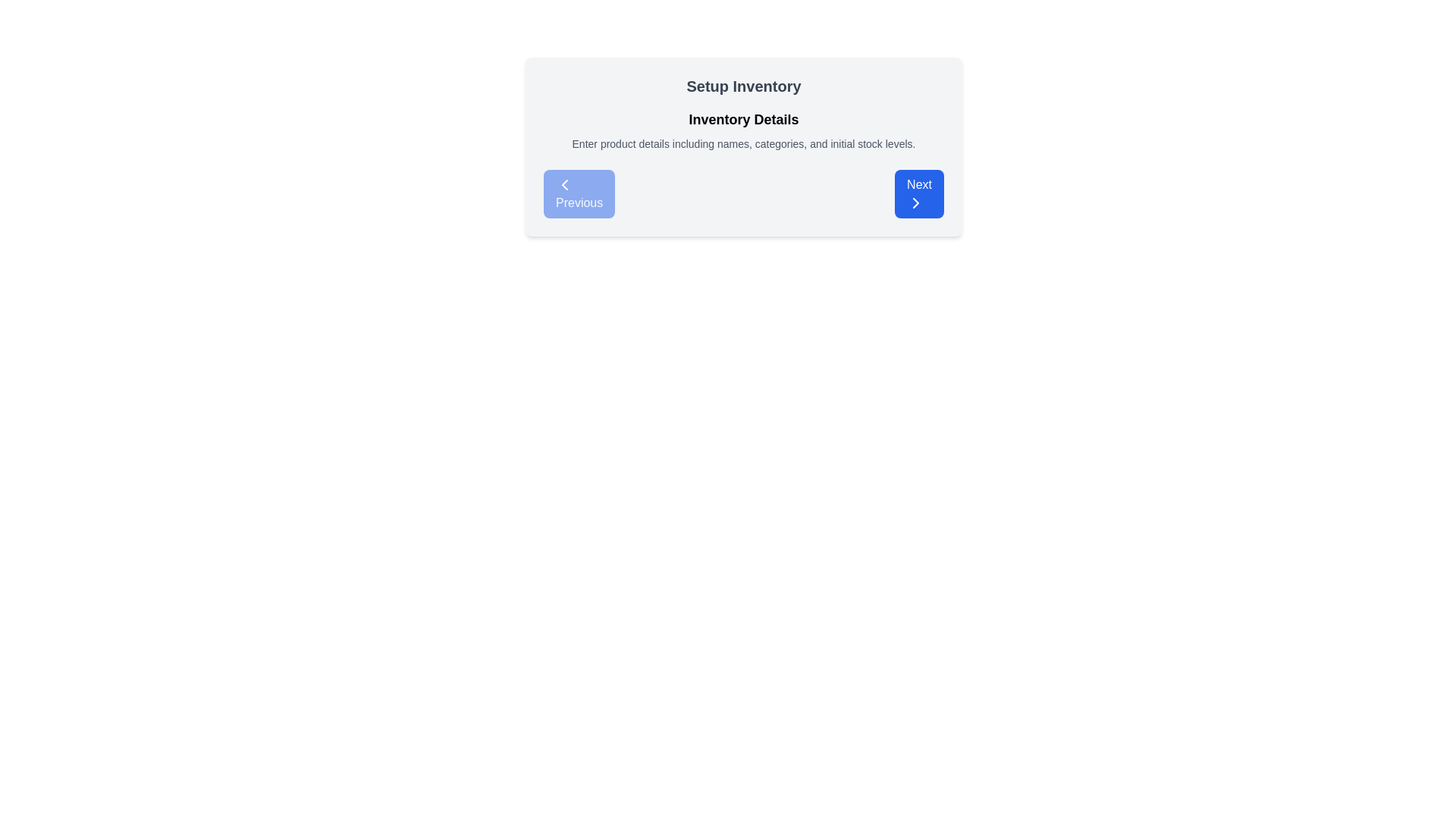  I want to click on the 'Previous' button icon located on the left side of the interface, so click(563, 184).